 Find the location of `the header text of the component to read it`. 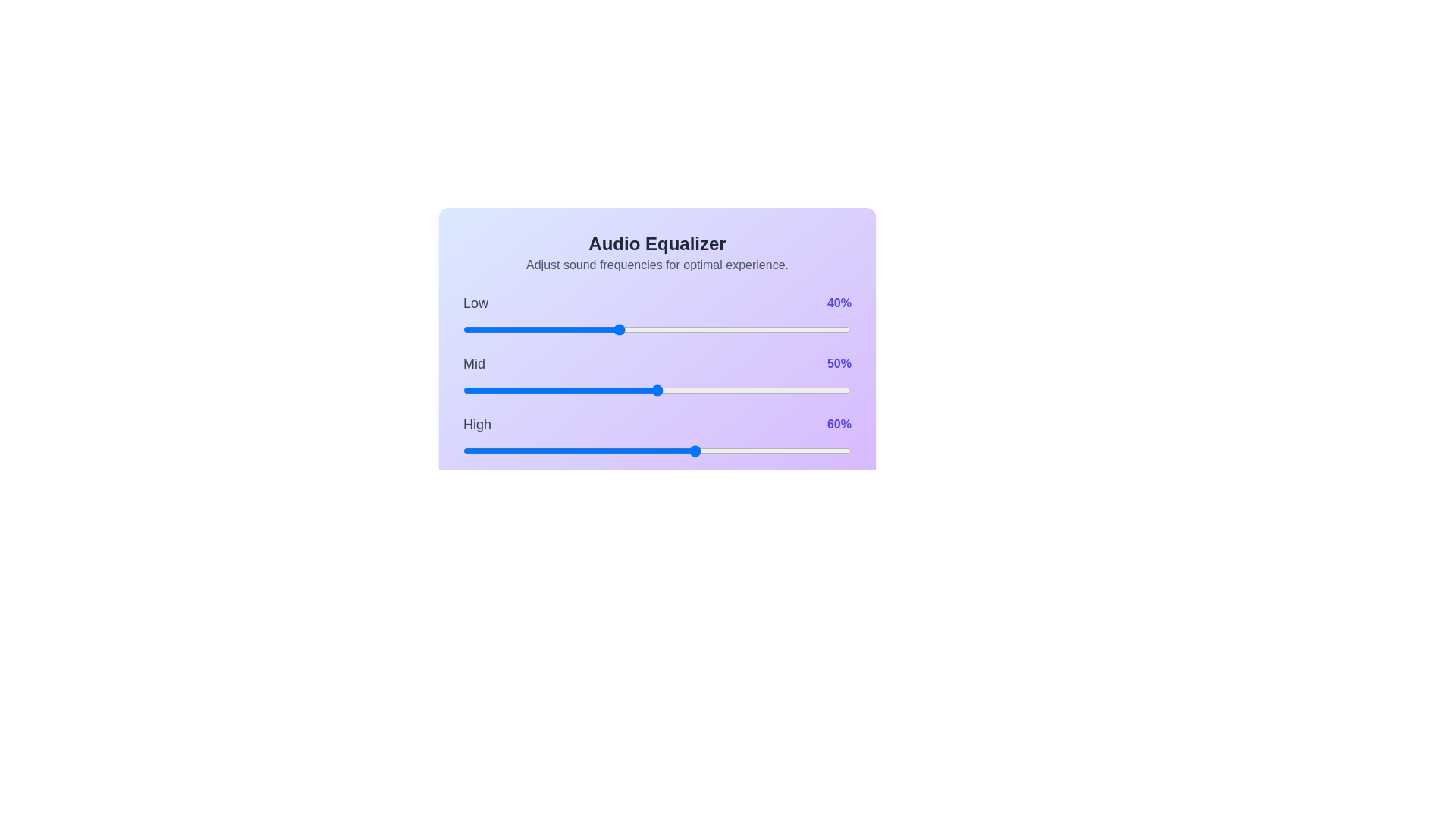

the header text of the component to read it is located at coordinates (657, 243).